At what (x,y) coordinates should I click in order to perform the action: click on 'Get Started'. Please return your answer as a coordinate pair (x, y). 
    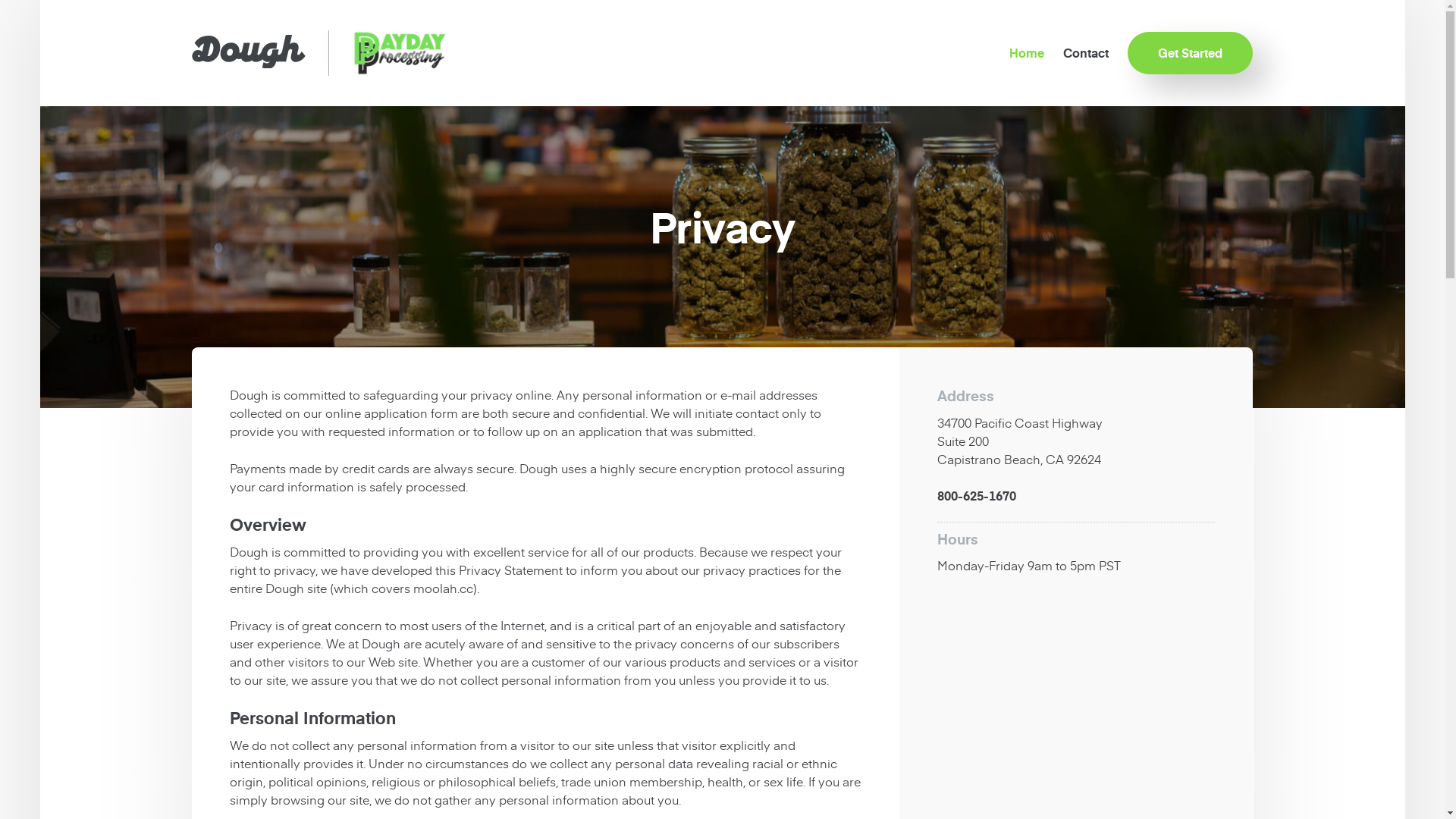
    Looking at the image, I should click on (1189, 52).